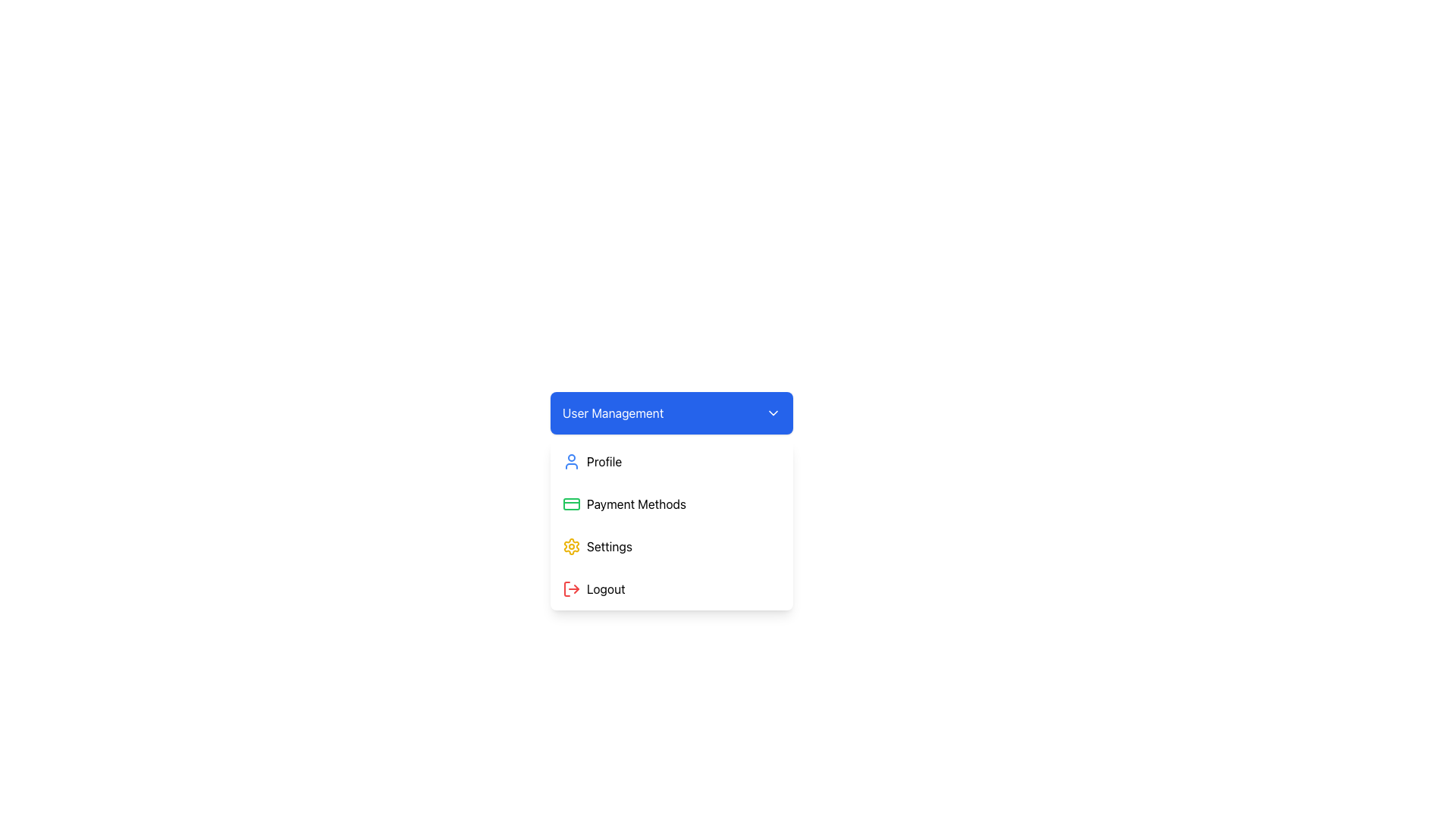 The image size is (1456, 819). Describe the element at coordinates (636, 504) in the screenshot. I see `the 'Manage Payment Methods' text label located in the dropdown menu under the 'User Management' section` at that location.